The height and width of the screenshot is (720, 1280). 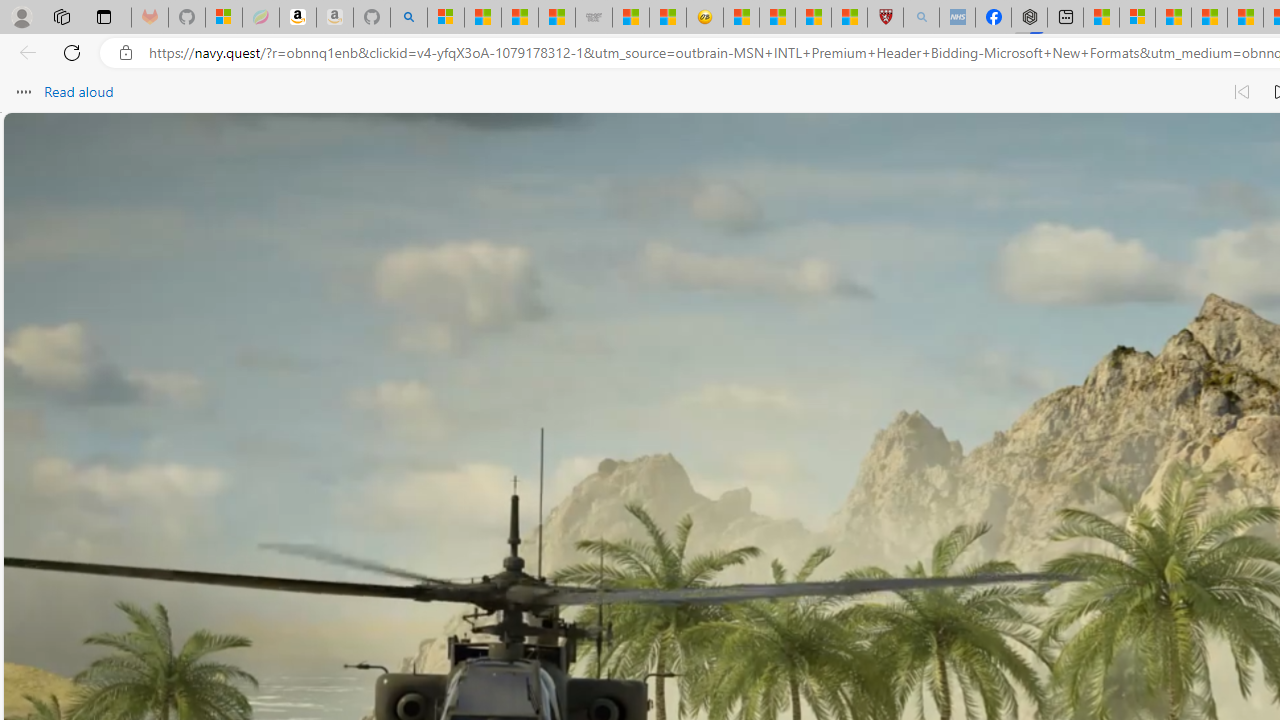 What do you see at coordinates (1240, 92) in the screenshot?
I see `'Read previous paragraph'` at bounding box center [1240, 92].